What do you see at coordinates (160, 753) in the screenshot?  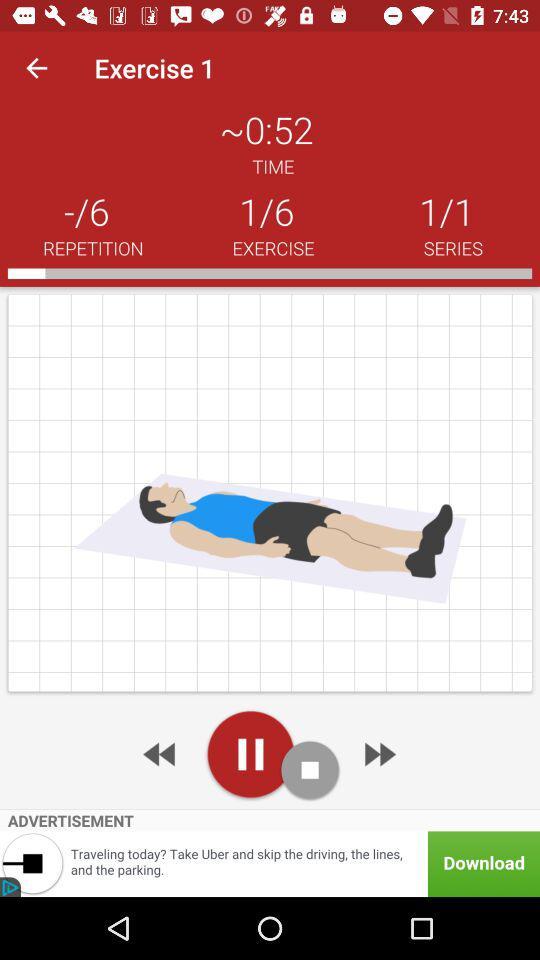 I see `rewind` at bounding box center [160, 753].